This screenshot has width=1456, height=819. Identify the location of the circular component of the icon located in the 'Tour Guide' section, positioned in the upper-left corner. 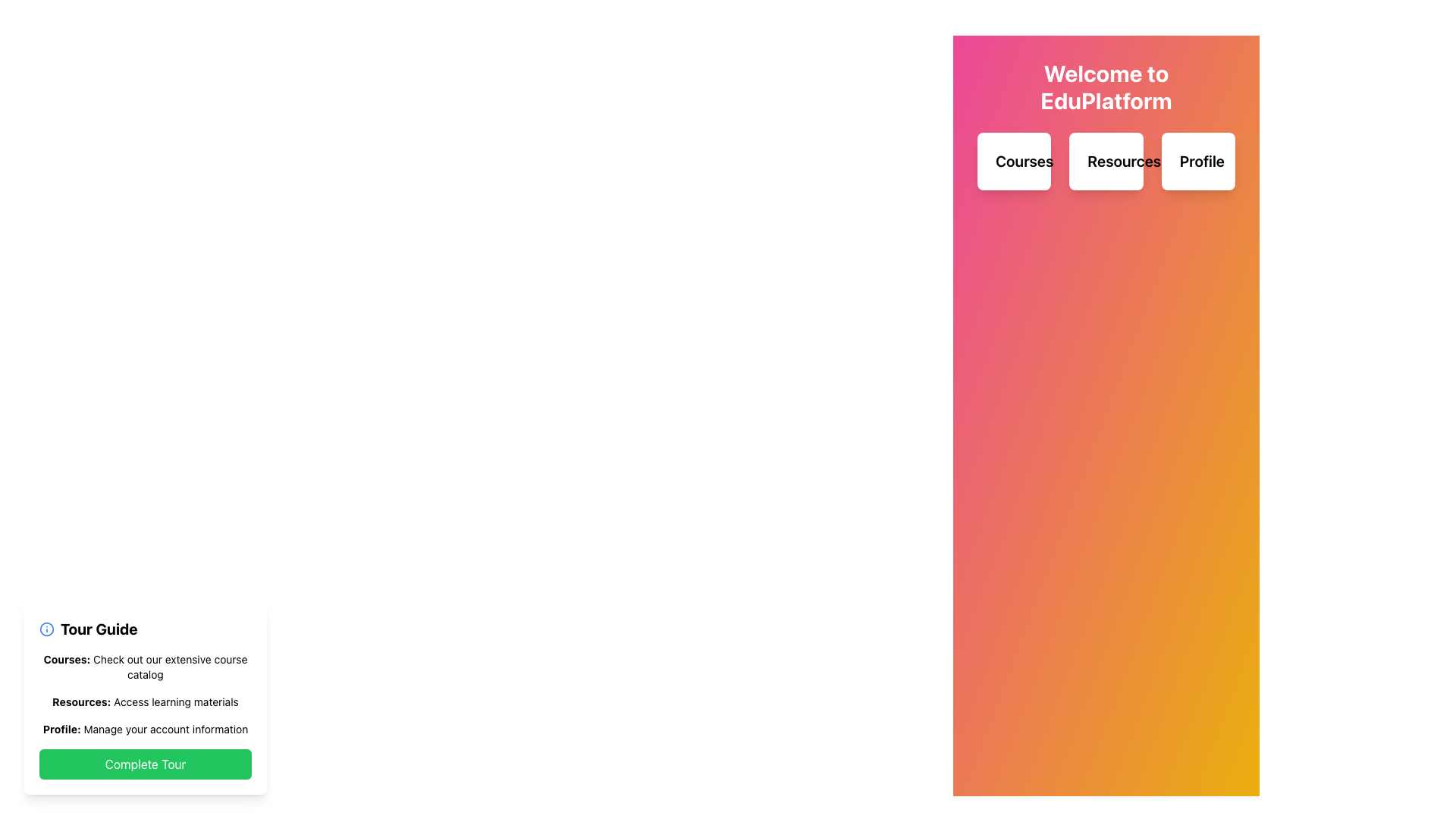
(47, 629).